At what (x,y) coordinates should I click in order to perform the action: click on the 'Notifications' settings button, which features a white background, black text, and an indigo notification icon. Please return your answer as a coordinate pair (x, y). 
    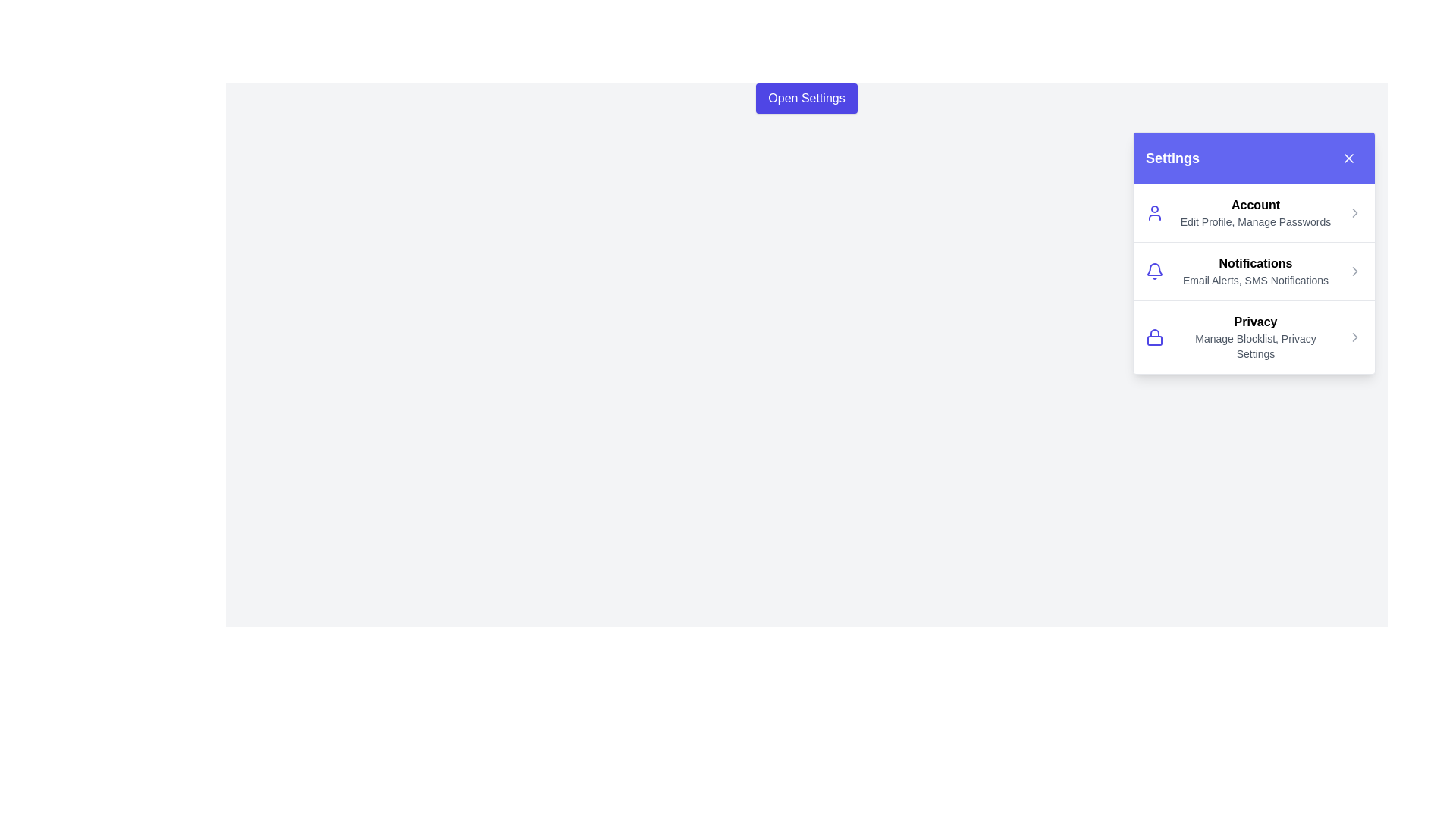
    Looking at the image, I should click on (1254, 253).